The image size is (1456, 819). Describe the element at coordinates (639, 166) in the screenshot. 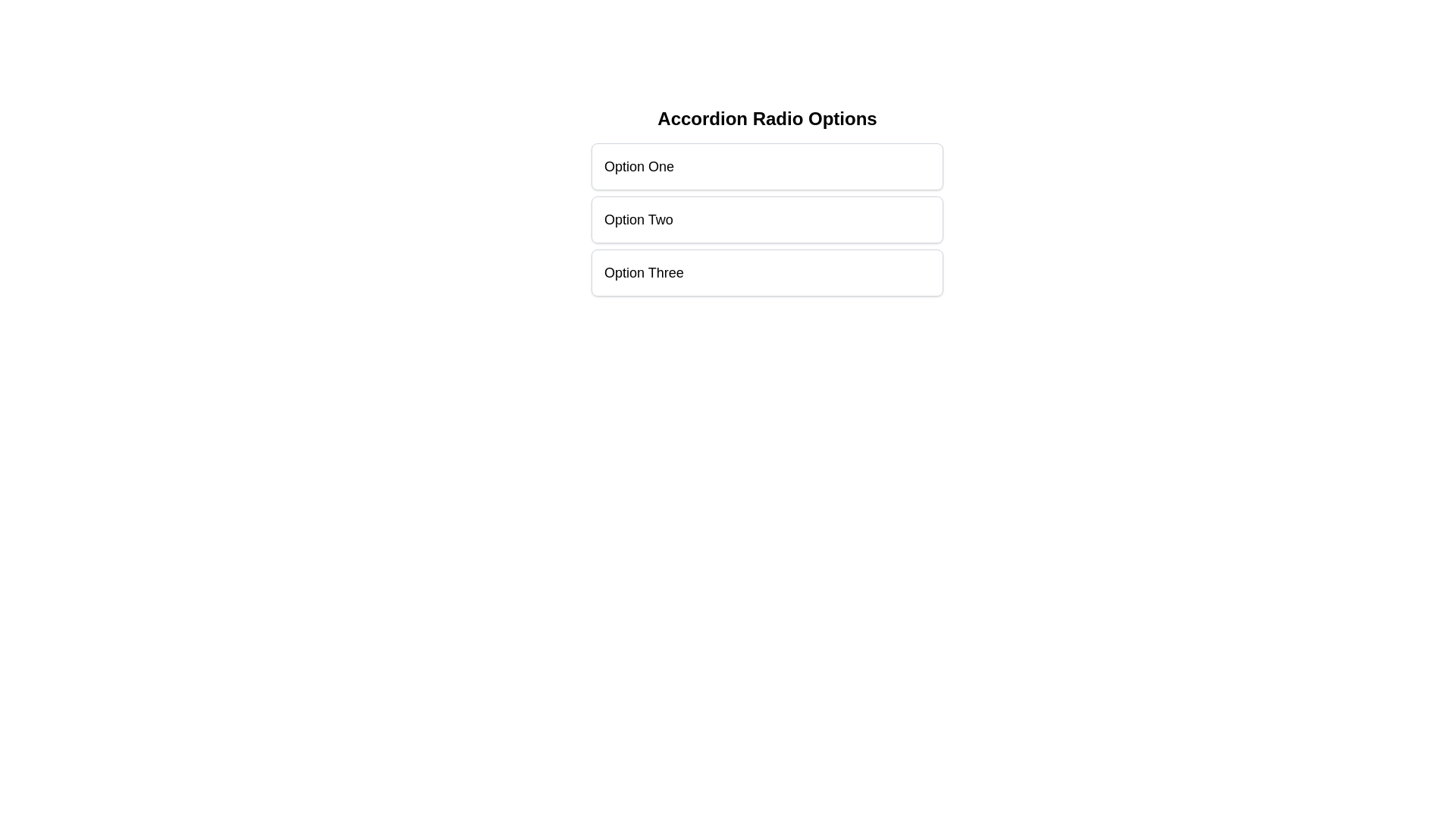

I see `the text element 'Option One' which is styled in medium bold font and located within the first option of the 'Accordion Radio Options' list` at that location.